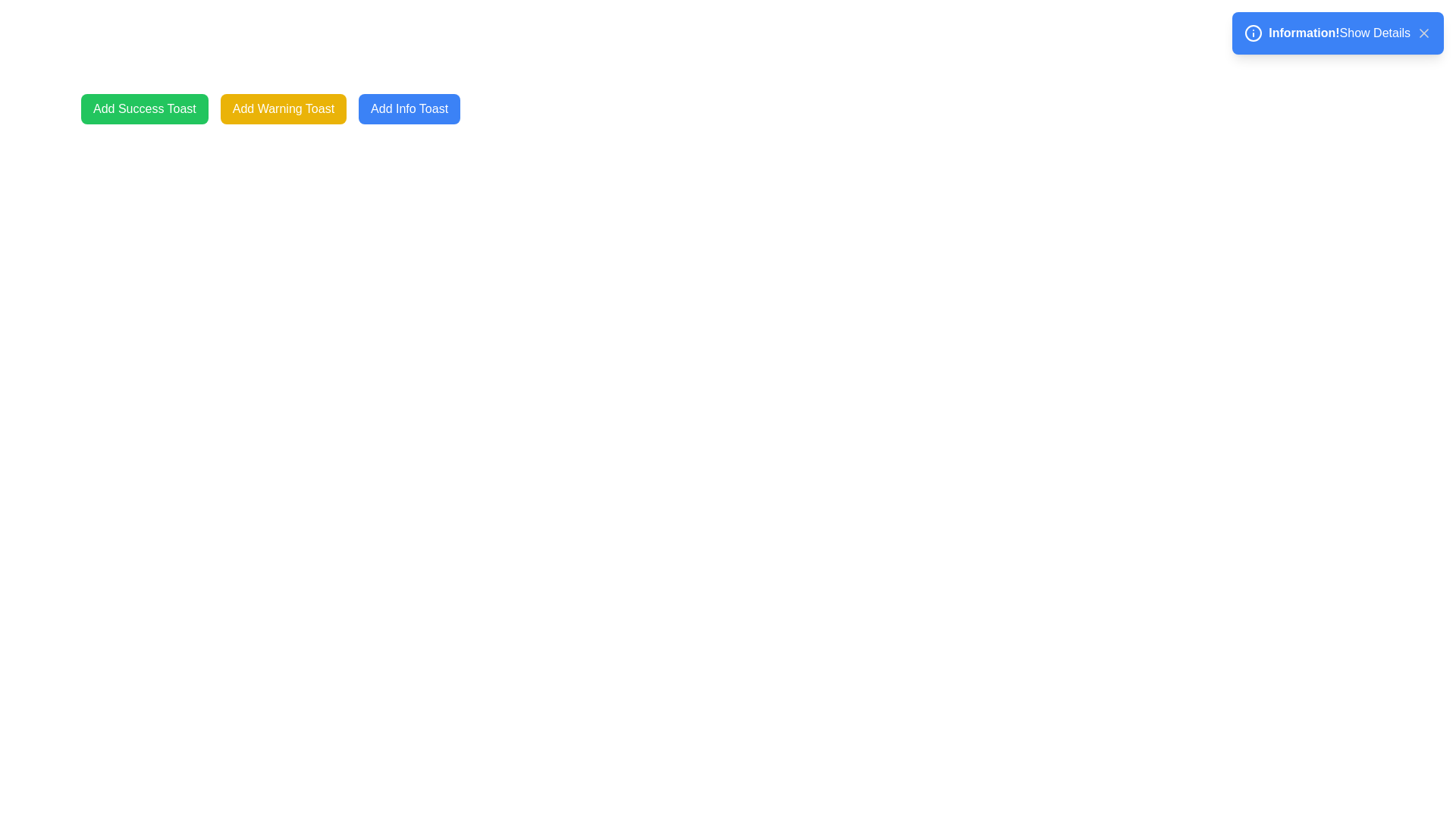 This screenshot has height=819, width=1456. Describe the element at coordinates (1291, 33) in the screenshot. I see `the text label with an icon located in the top right corner of the layout` at that location.